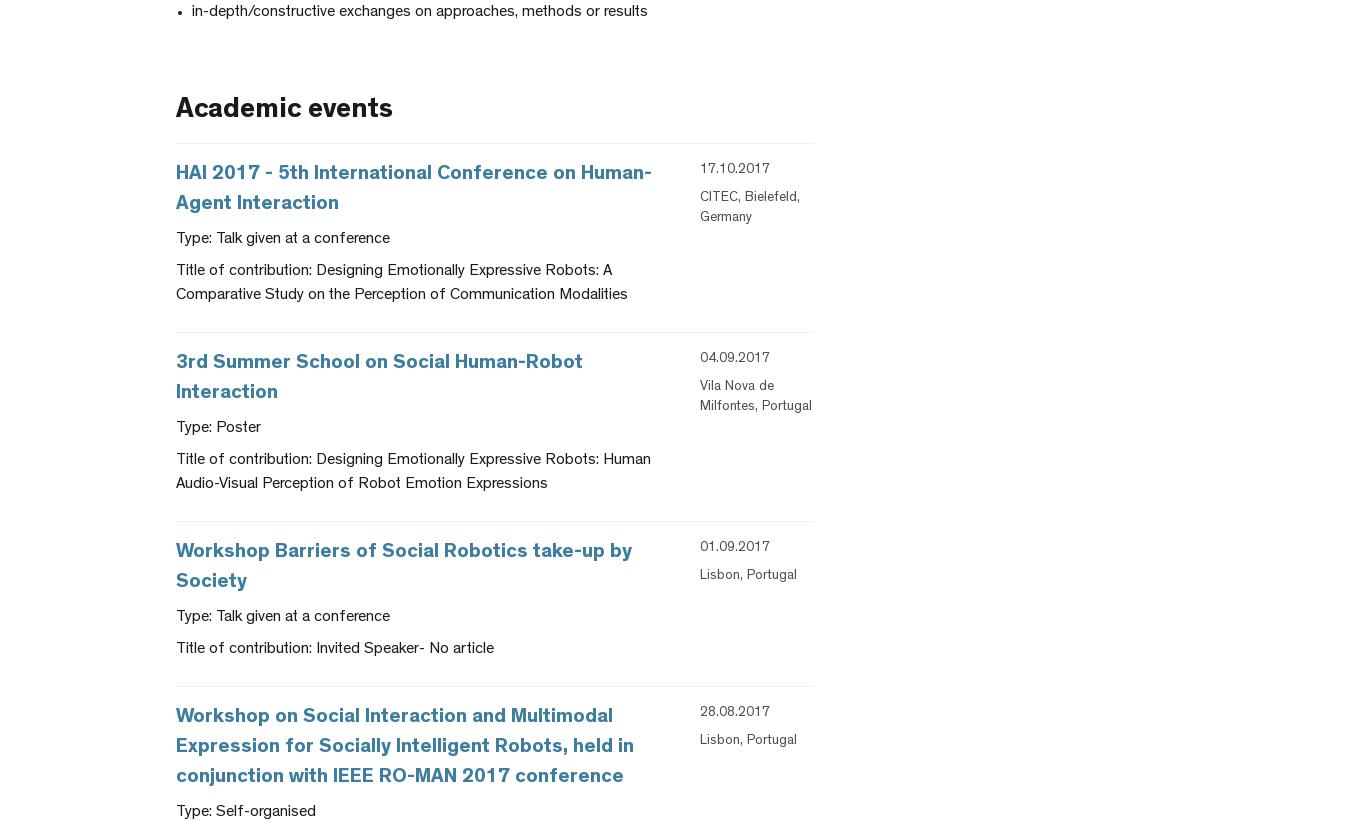  What do you see at coordinates (176, 428) in the screenshot?
I see `'Type: Poster'` at bounding box center [176, 428].